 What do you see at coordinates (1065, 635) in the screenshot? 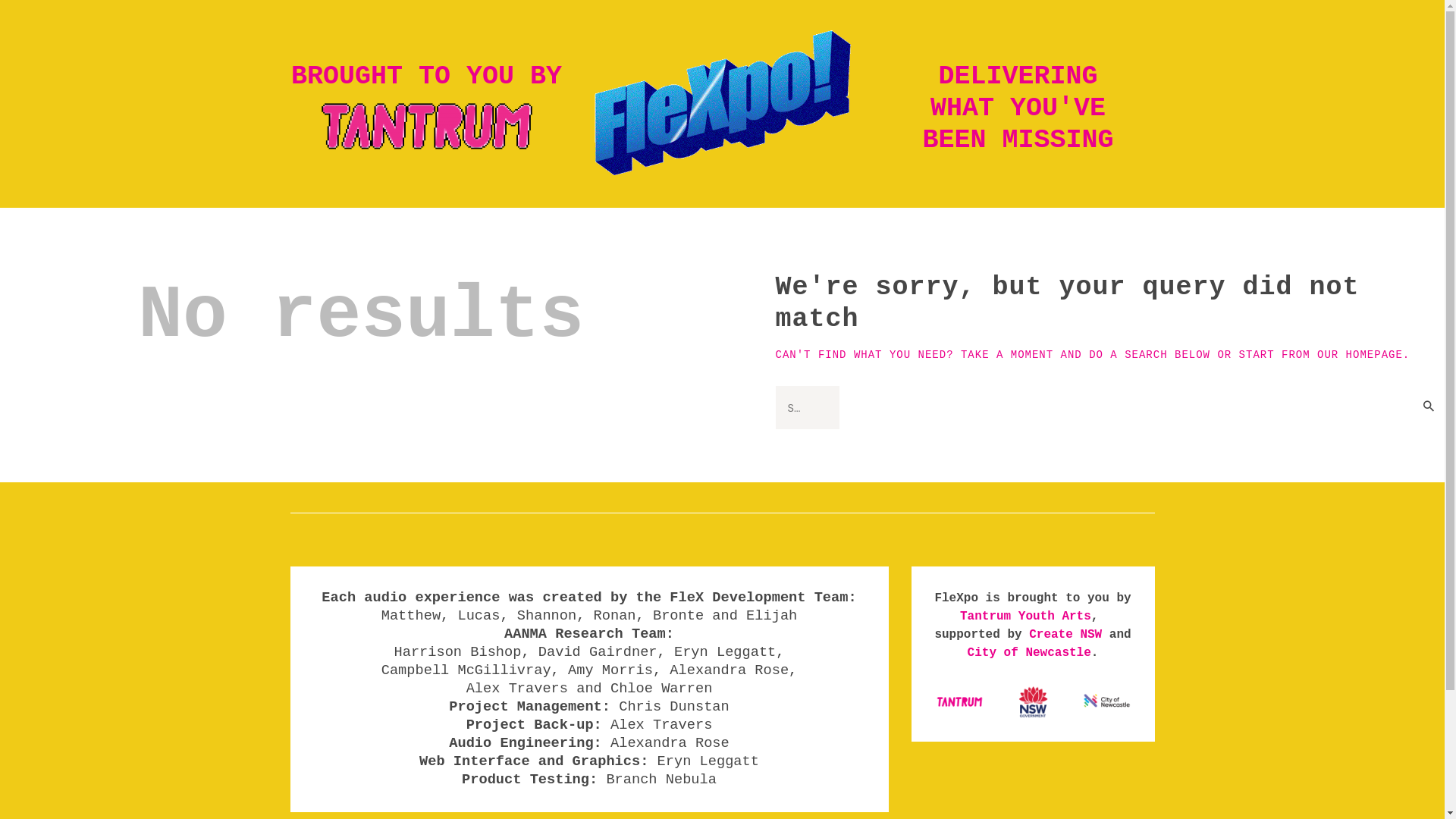
I see `'Create NSW'` at bounding box center [1065, 635].